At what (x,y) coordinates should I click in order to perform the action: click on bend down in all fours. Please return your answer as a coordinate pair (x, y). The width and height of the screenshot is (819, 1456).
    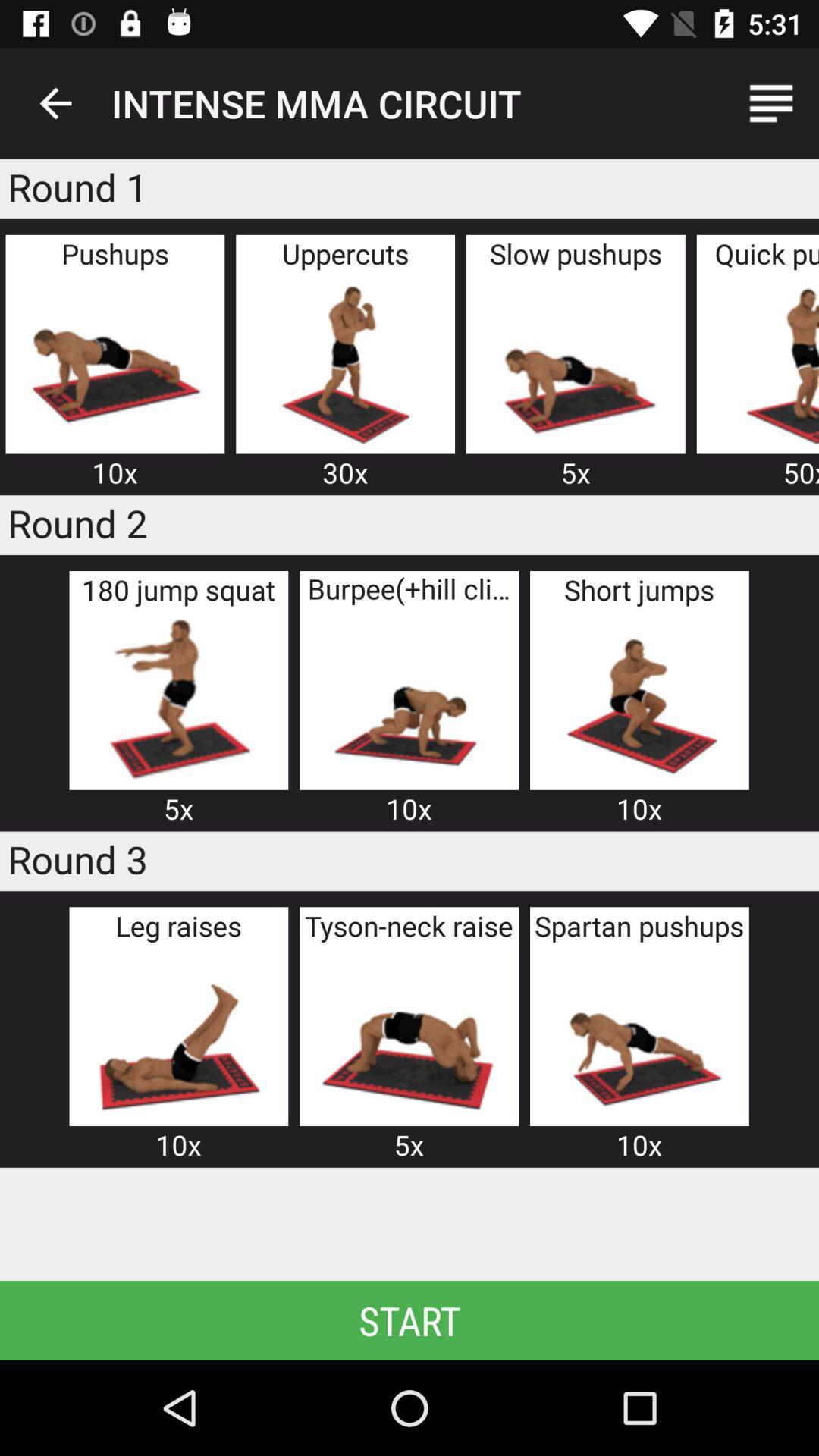
    Looking at the image, I should click on (408, 698).